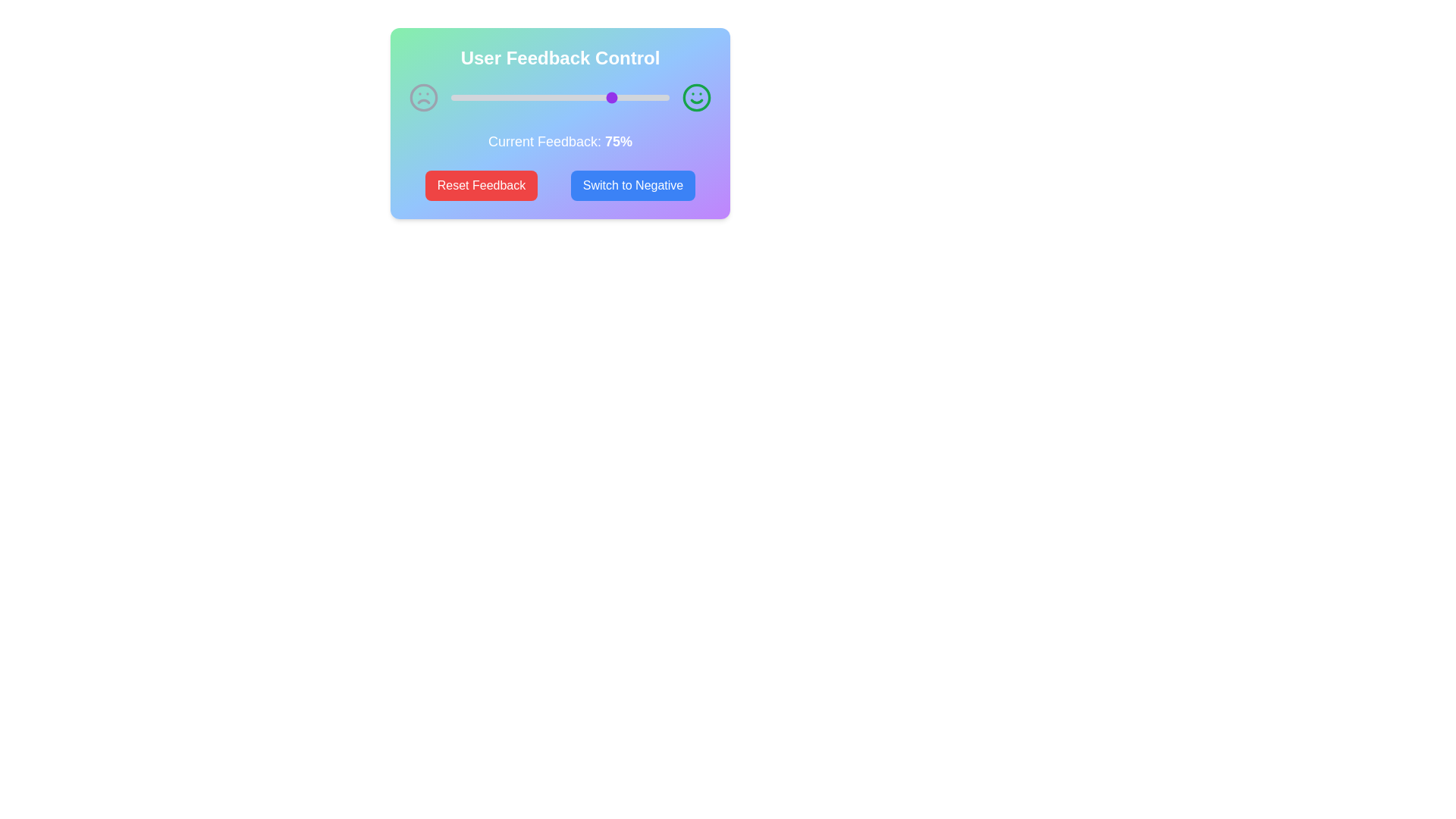  I want to click on 'Reset Feedback' button to reset the feedback value to 0%, so click(480, 185).